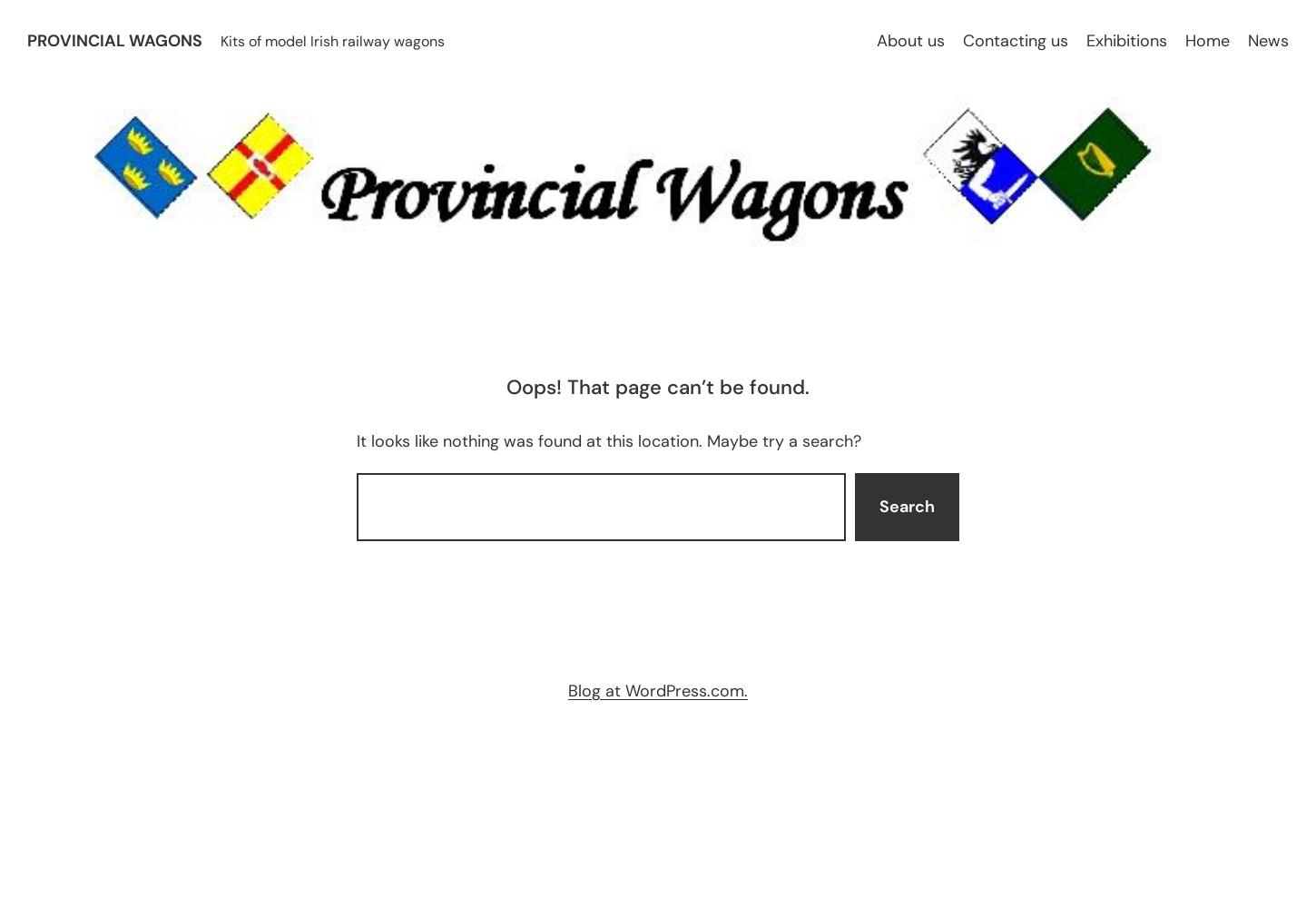  What do you see at coordinates (1267, 41) in the screenshot?
I see `'News'` at bounding box center [1267, 41].